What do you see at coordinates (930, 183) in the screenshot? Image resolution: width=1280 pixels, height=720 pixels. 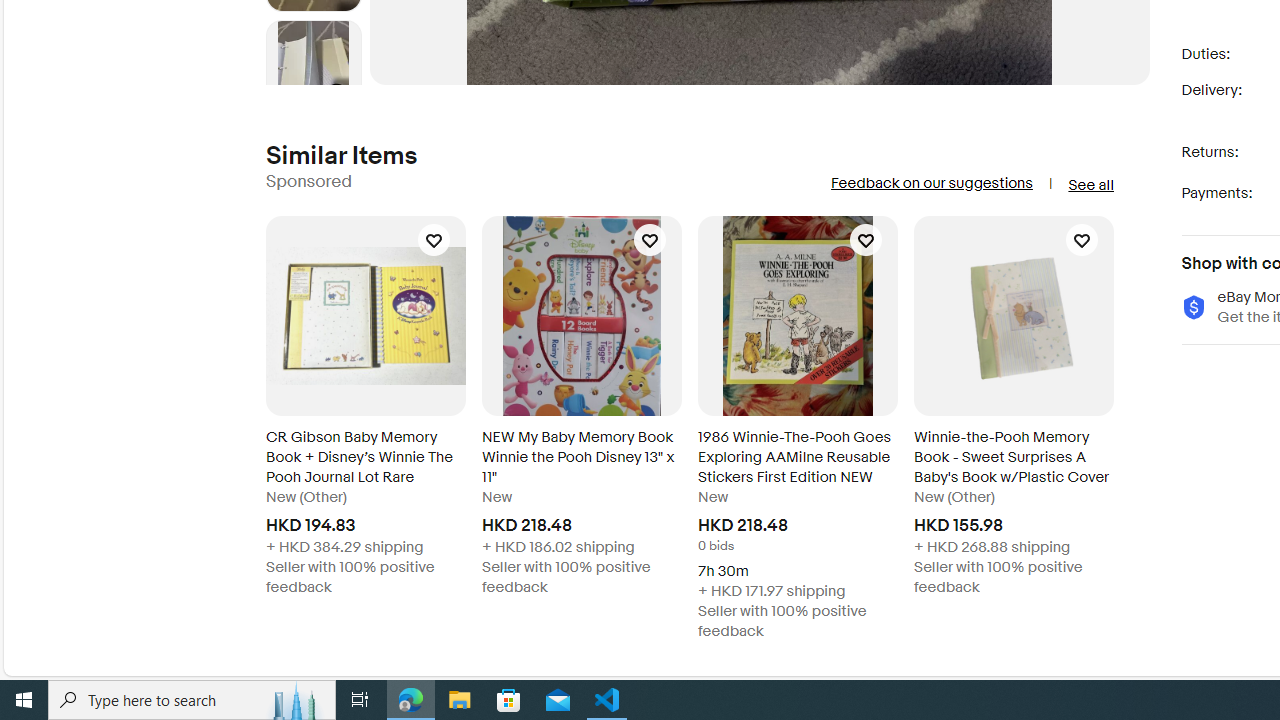 I see `'Feedback on our suggestions'` at bounding box center [930, 183].